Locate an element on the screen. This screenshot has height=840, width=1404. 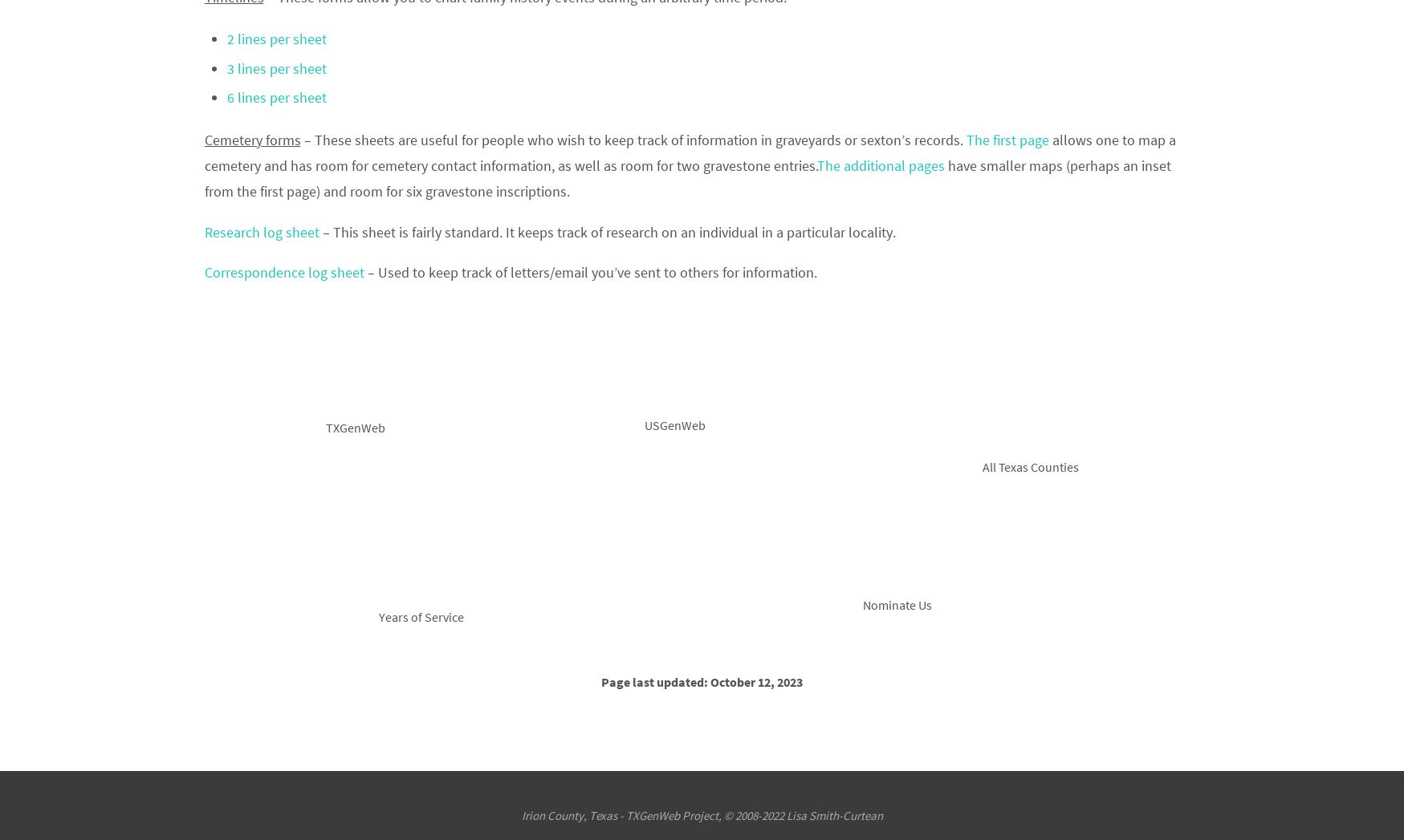
'The additional pages' is located at coordinates (879, 164).